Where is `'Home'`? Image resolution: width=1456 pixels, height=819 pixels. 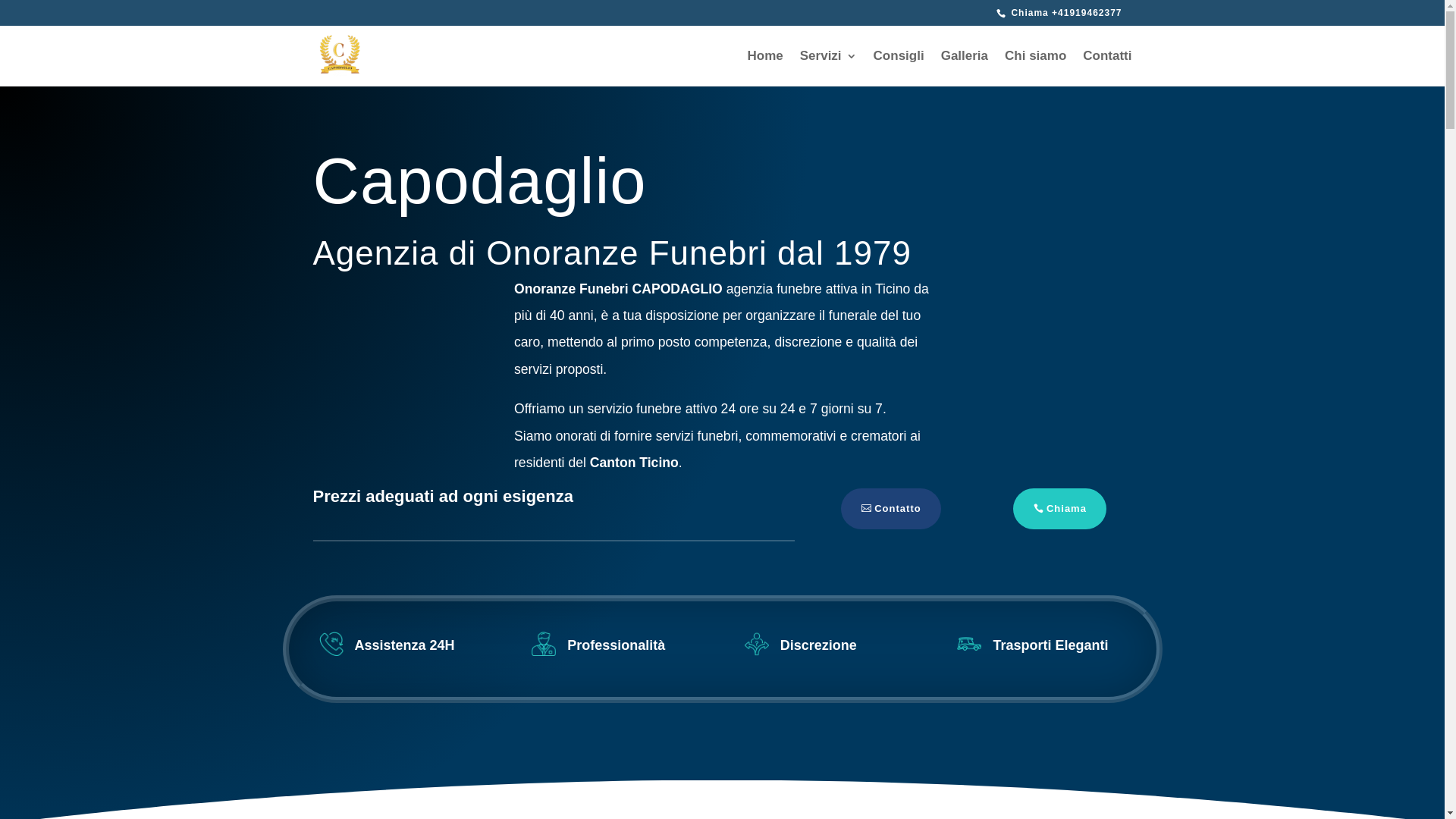 'Home' is located at coordinates (765, 68).